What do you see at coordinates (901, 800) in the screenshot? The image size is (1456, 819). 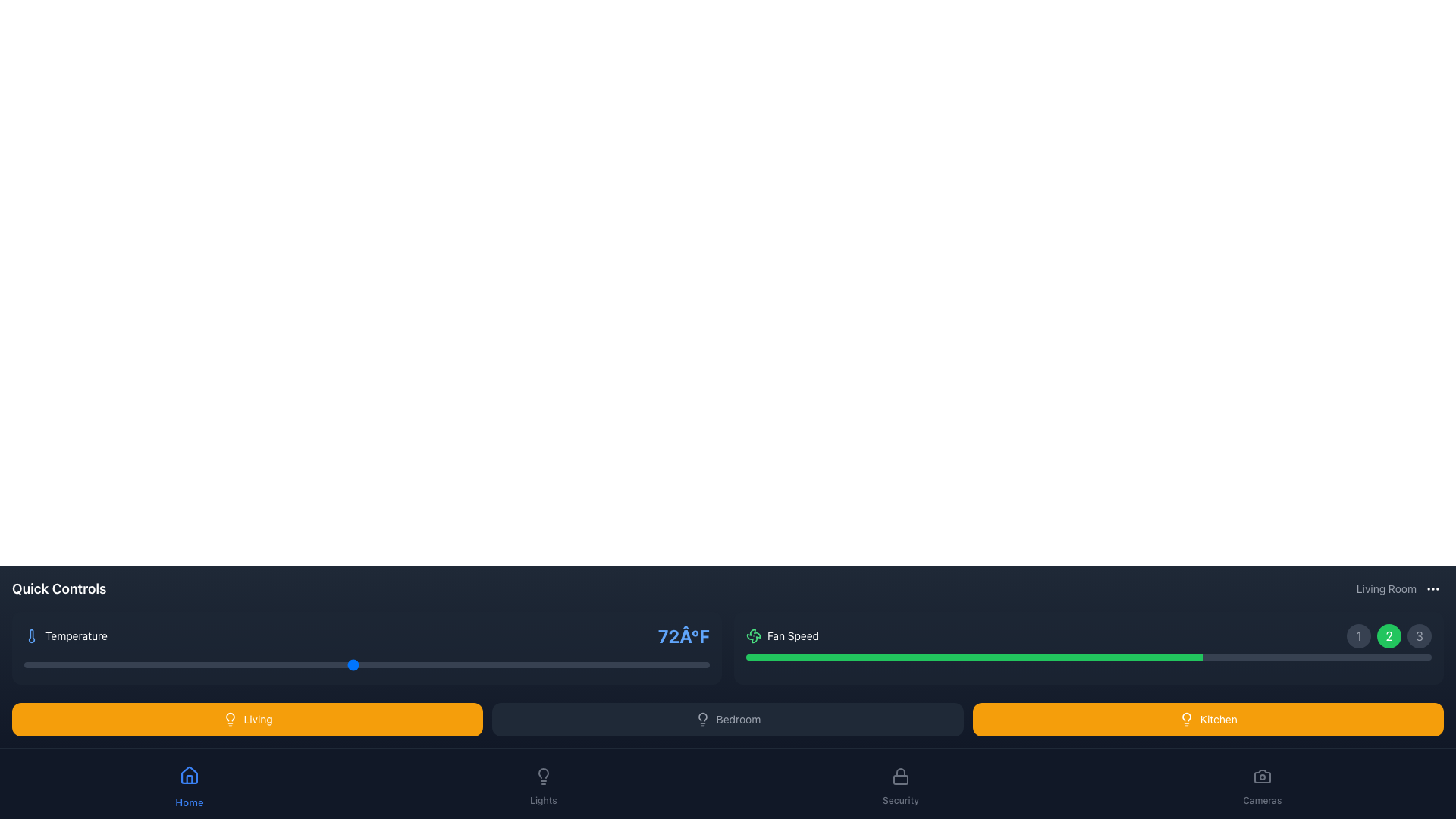 I see `the text label located in the footer navigation bar, which indicates the purpose of the interactive security-related icon (lock symbol)` at bounding box center [901, 800].